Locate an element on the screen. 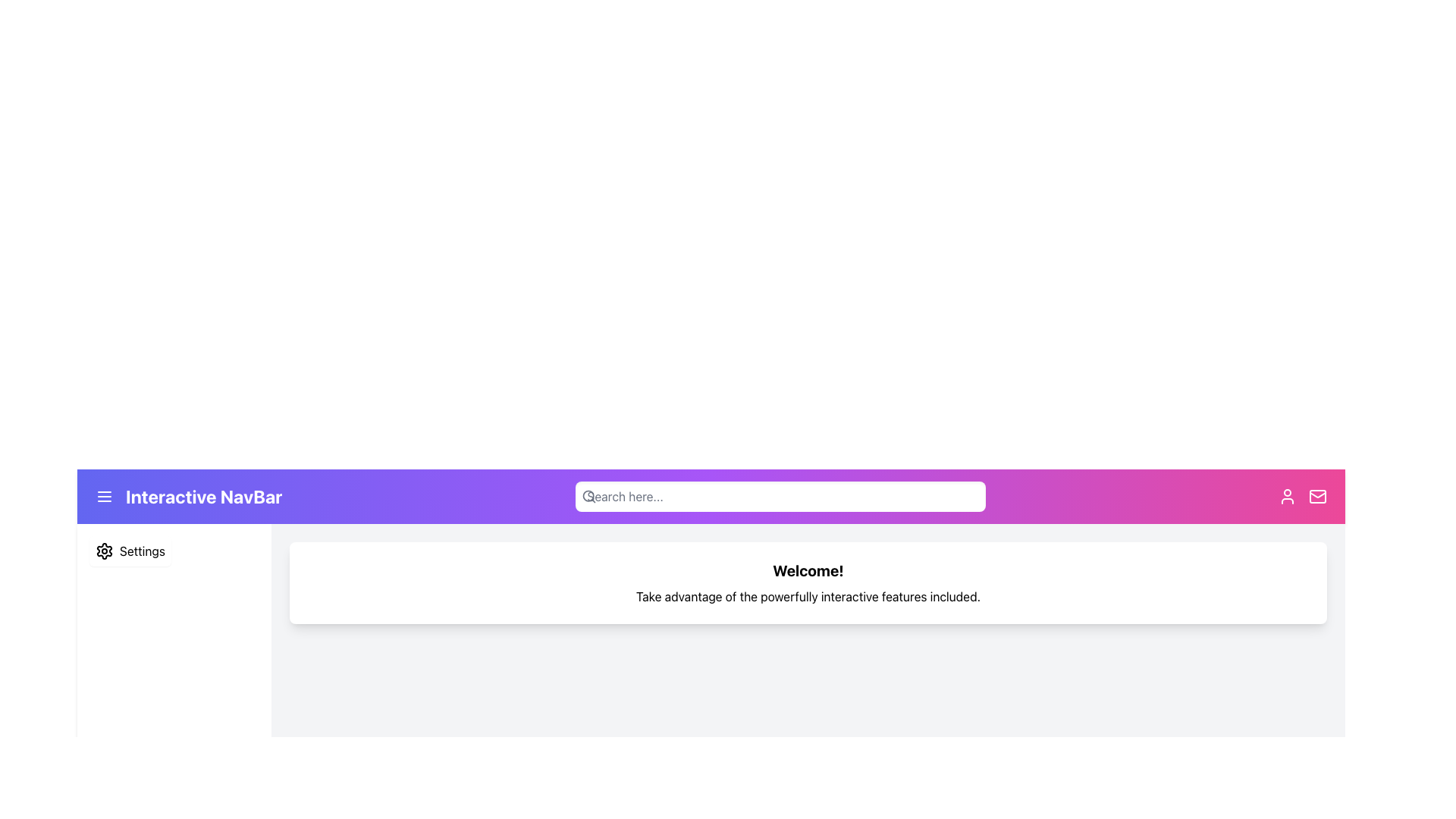 The height and width of the screenshot is (819, 1456). the headline text label that greets the user, positioned at the top of a white card with rounded edges is located at coordinates (807, 570).